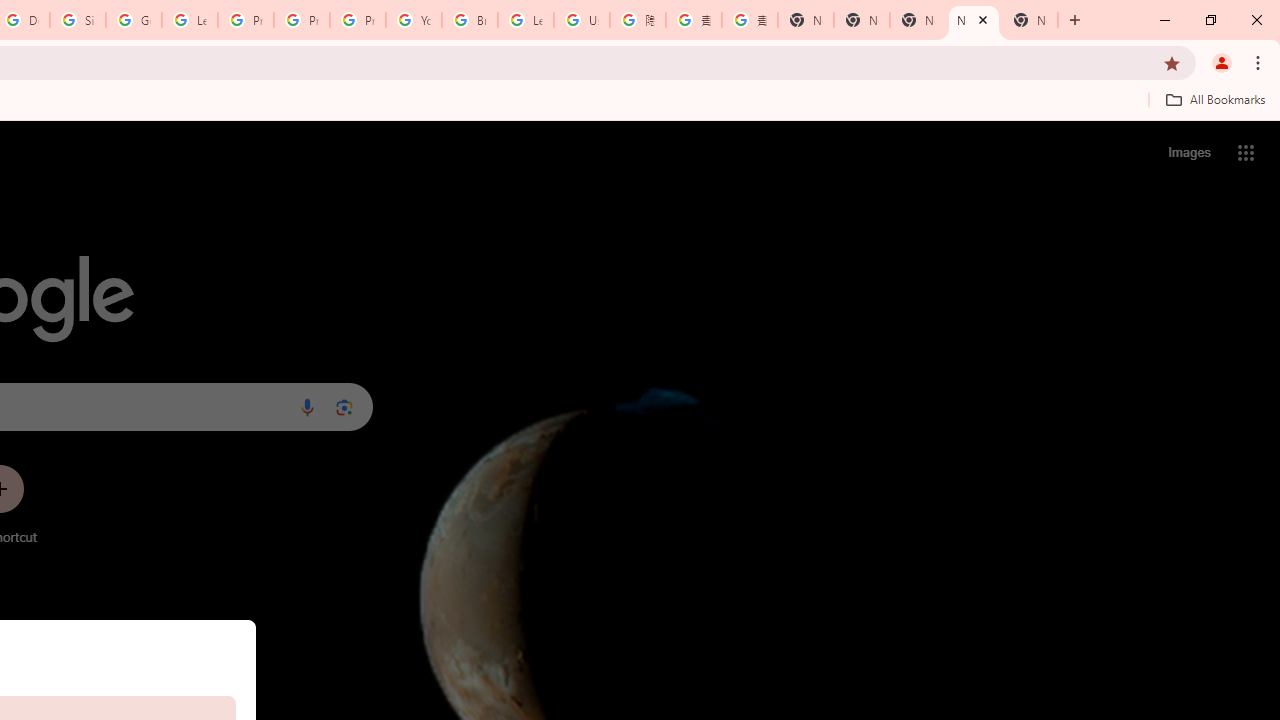 The image size is (1280, 720). Describe the element at coordinates (1214, 99) in the screenshot. I see `'All Bookmarks'` at that location.